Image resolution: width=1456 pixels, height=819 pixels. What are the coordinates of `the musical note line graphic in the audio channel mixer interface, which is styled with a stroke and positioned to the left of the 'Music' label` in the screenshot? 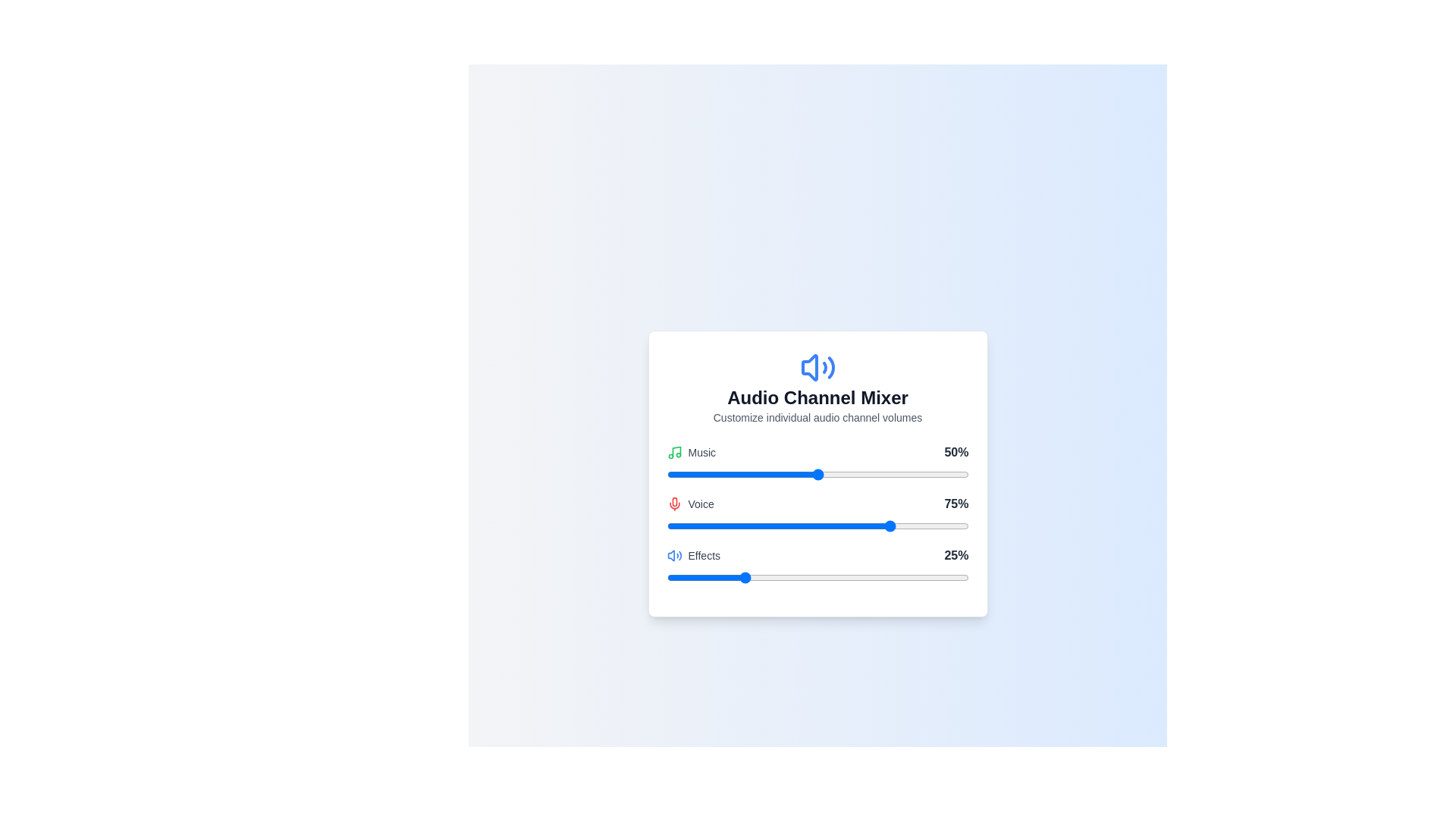 It's located at (676, 450).